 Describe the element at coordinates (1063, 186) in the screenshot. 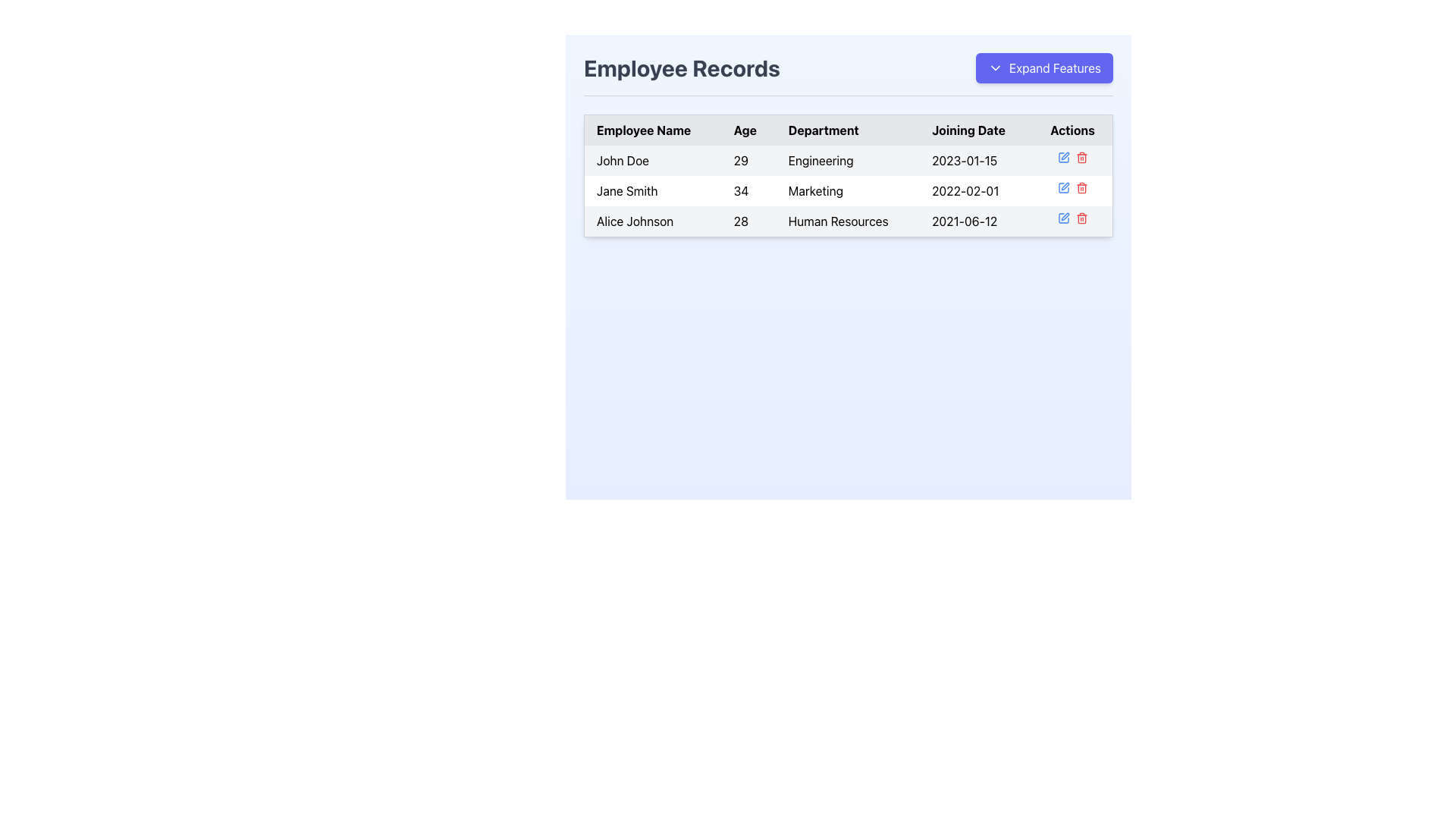

I see `the edit icon located in the Actions column of the second row of the table` at that location.